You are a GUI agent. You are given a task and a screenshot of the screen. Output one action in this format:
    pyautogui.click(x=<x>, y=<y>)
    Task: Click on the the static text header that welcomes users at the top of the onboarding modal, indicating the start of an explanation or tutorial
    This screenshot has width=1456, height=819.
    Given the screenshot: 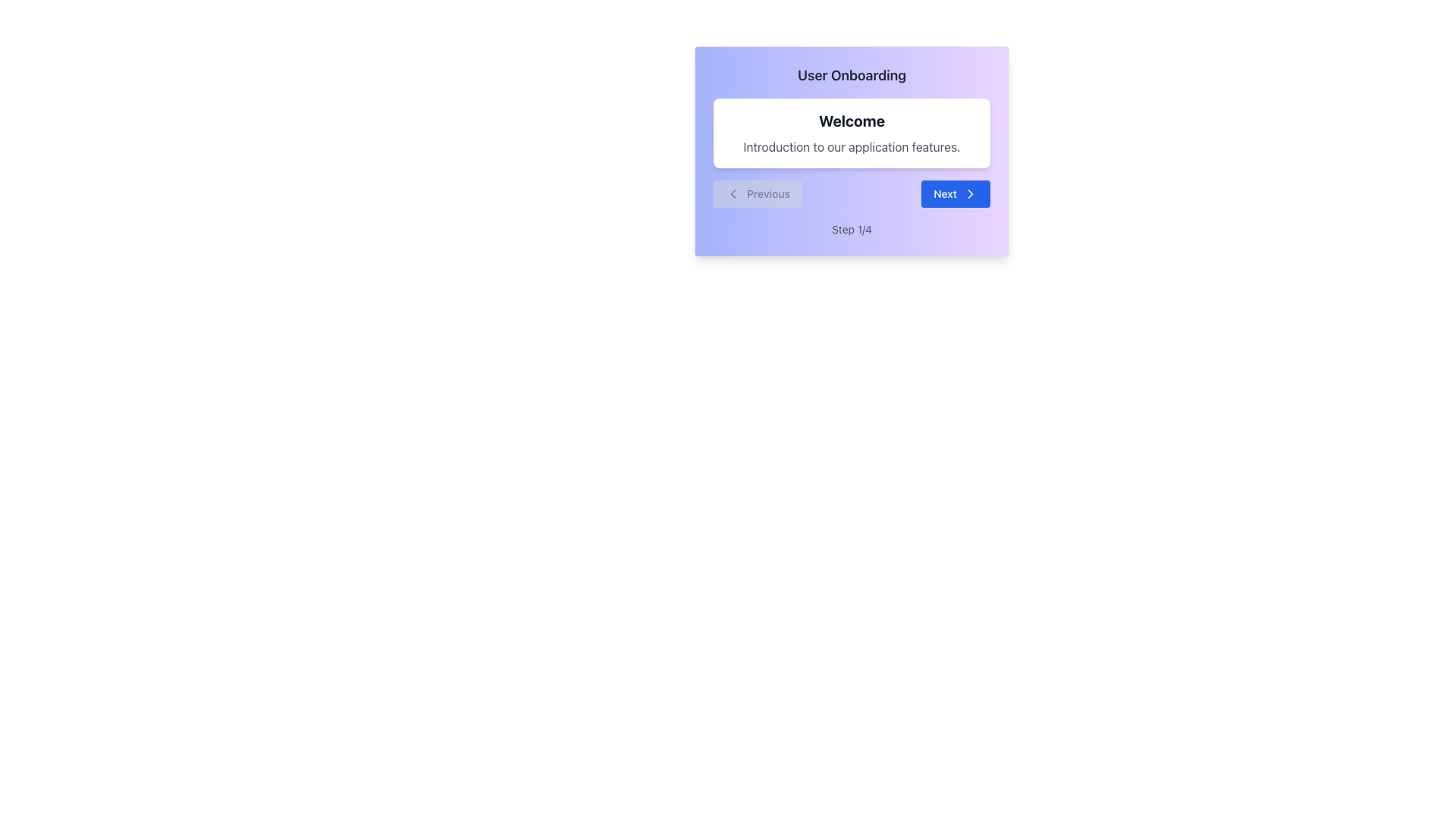 What is the action you would take?
    pyautogui.click(x=852, y=120)
    